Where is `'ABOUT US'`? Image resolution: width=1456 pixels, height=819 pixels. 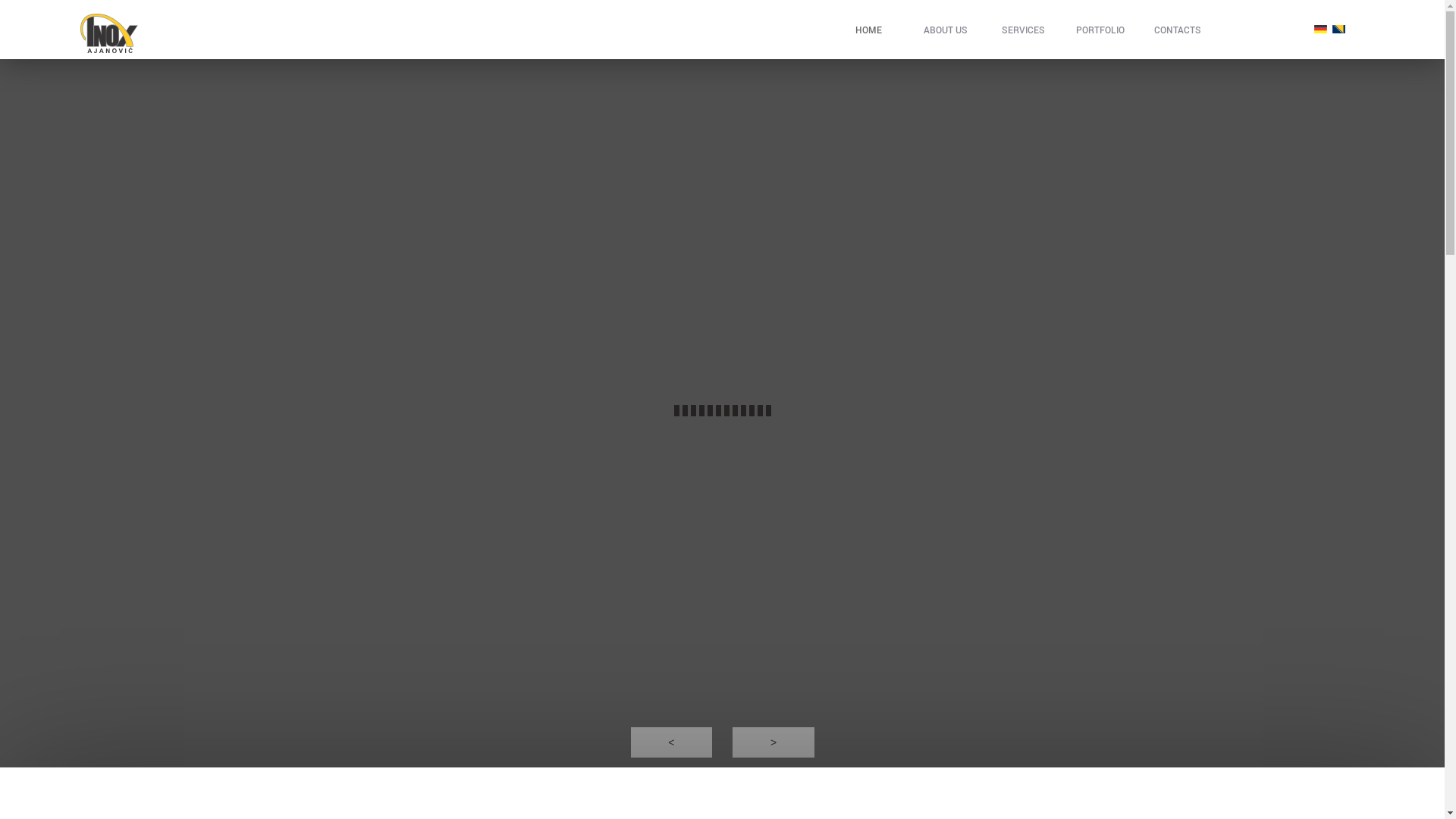 'ABOUT US' is located at coordinates (945, 29).